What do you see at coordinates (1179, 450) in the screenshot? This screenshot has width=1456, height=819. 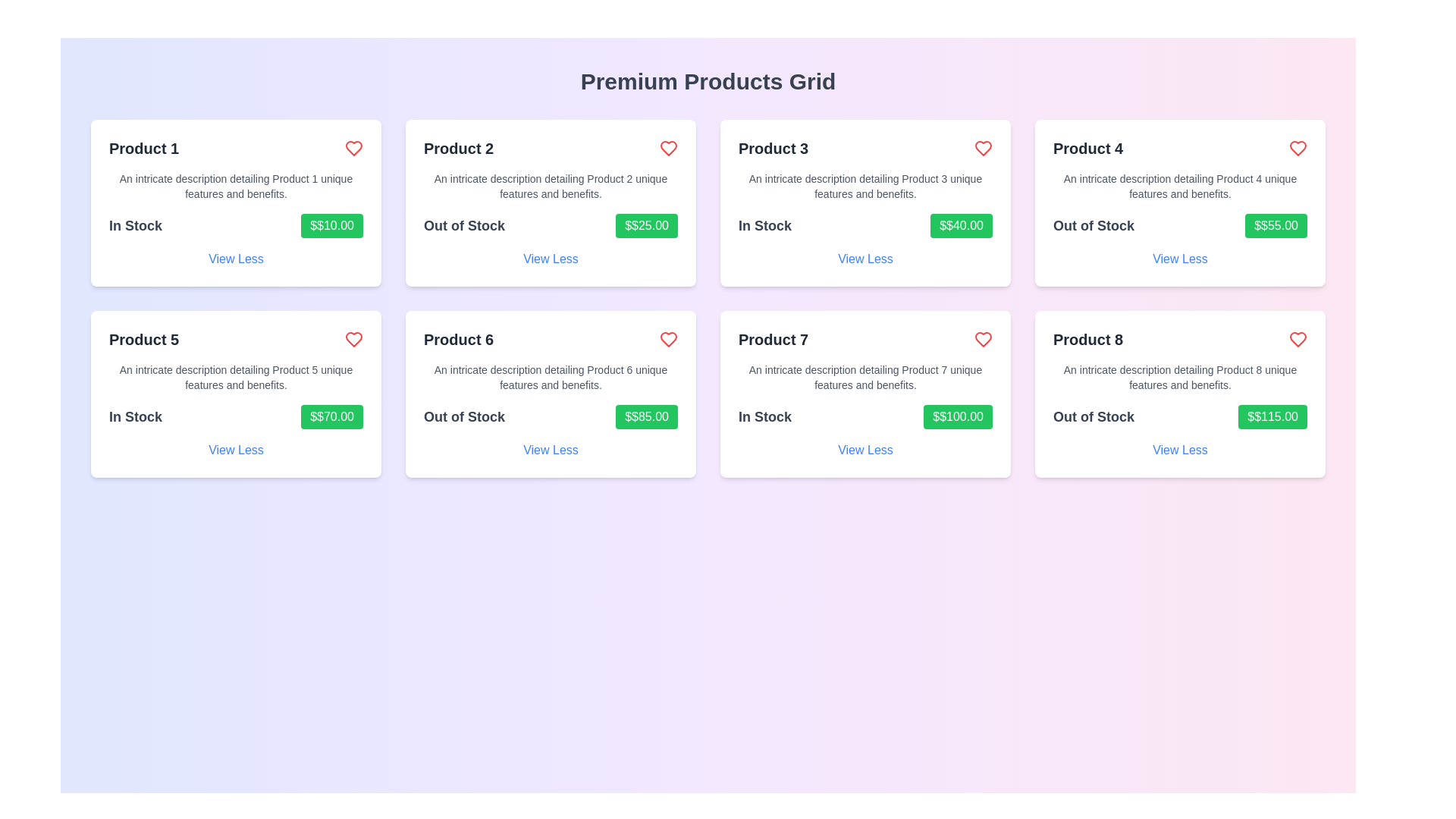 I see `the 'View Less' hyperlink styled in blue text located at the bottom of the 'Product 8' card` at bounding box center [1179, 450].